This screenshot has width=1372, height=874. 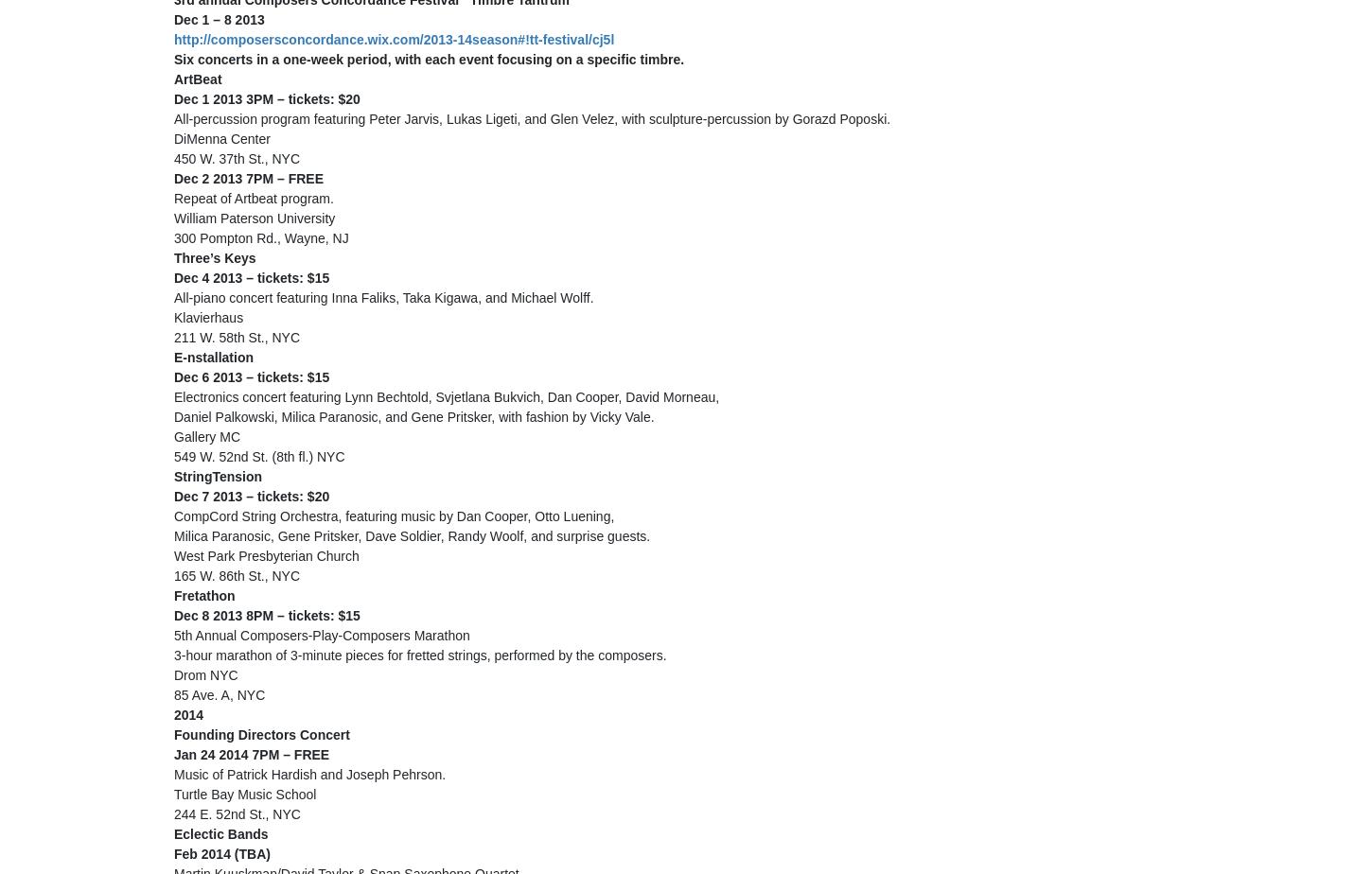 I want to click on 'http://composersconcordance.wix.com/2013-14season#!tt-festival/cj5l', so click(x=393, y=40).